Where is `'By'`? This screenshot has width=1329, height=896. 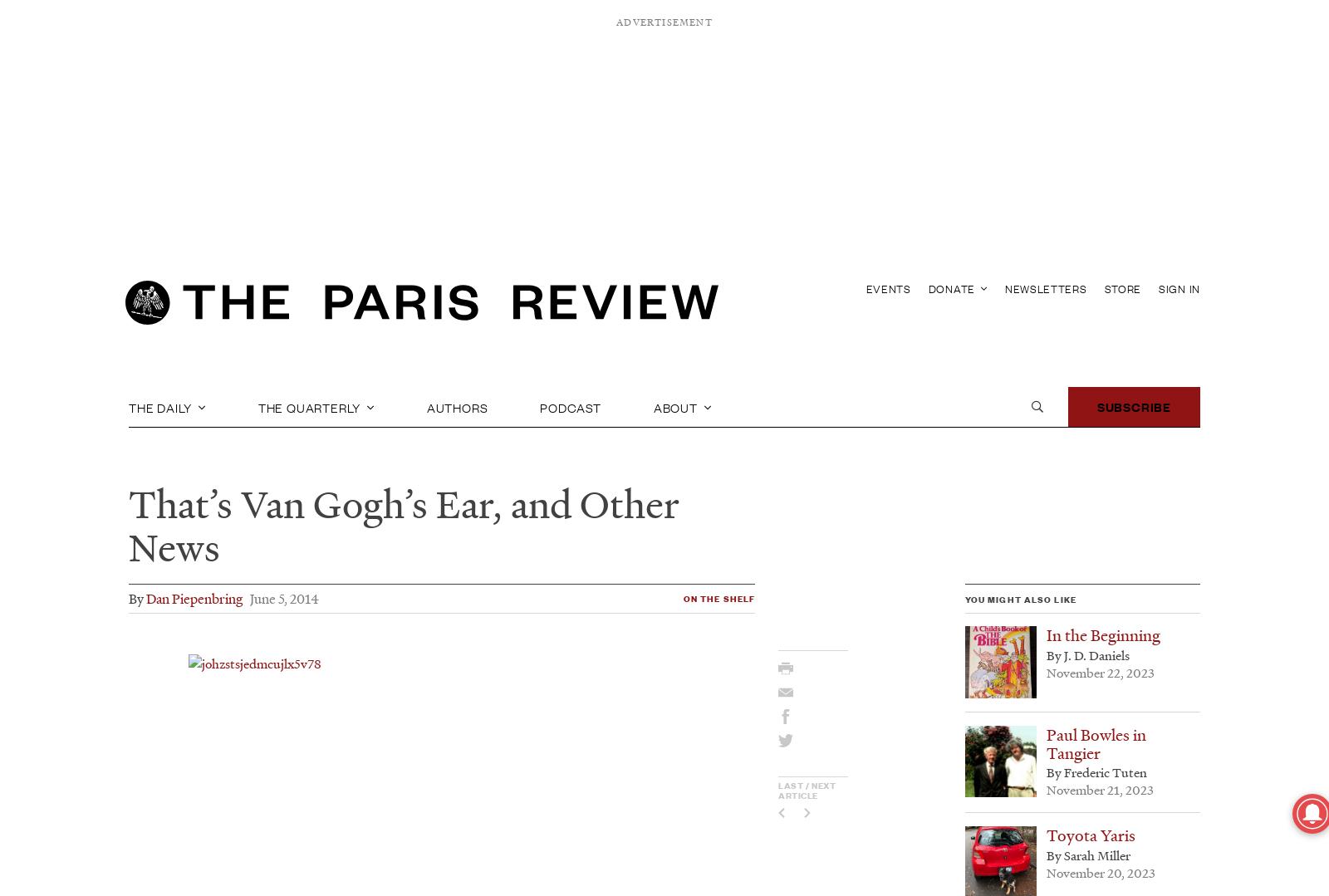
'By' is located at coordinates (136, 596).